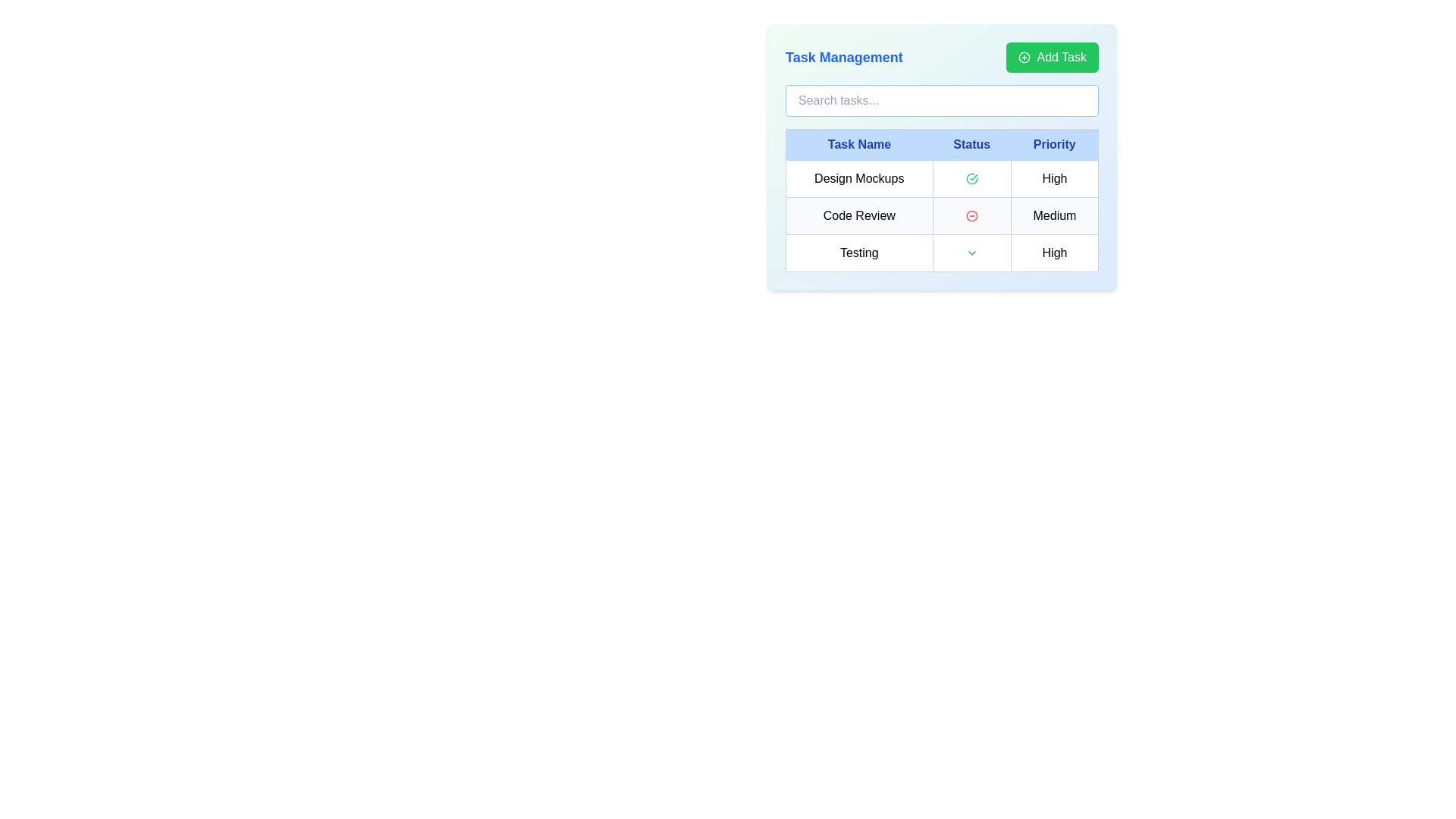 This screenshot has height=819, width=1456. I want to click on the first column header of the table, which indicates that the column beneath it contains task names, so click(859, 145).